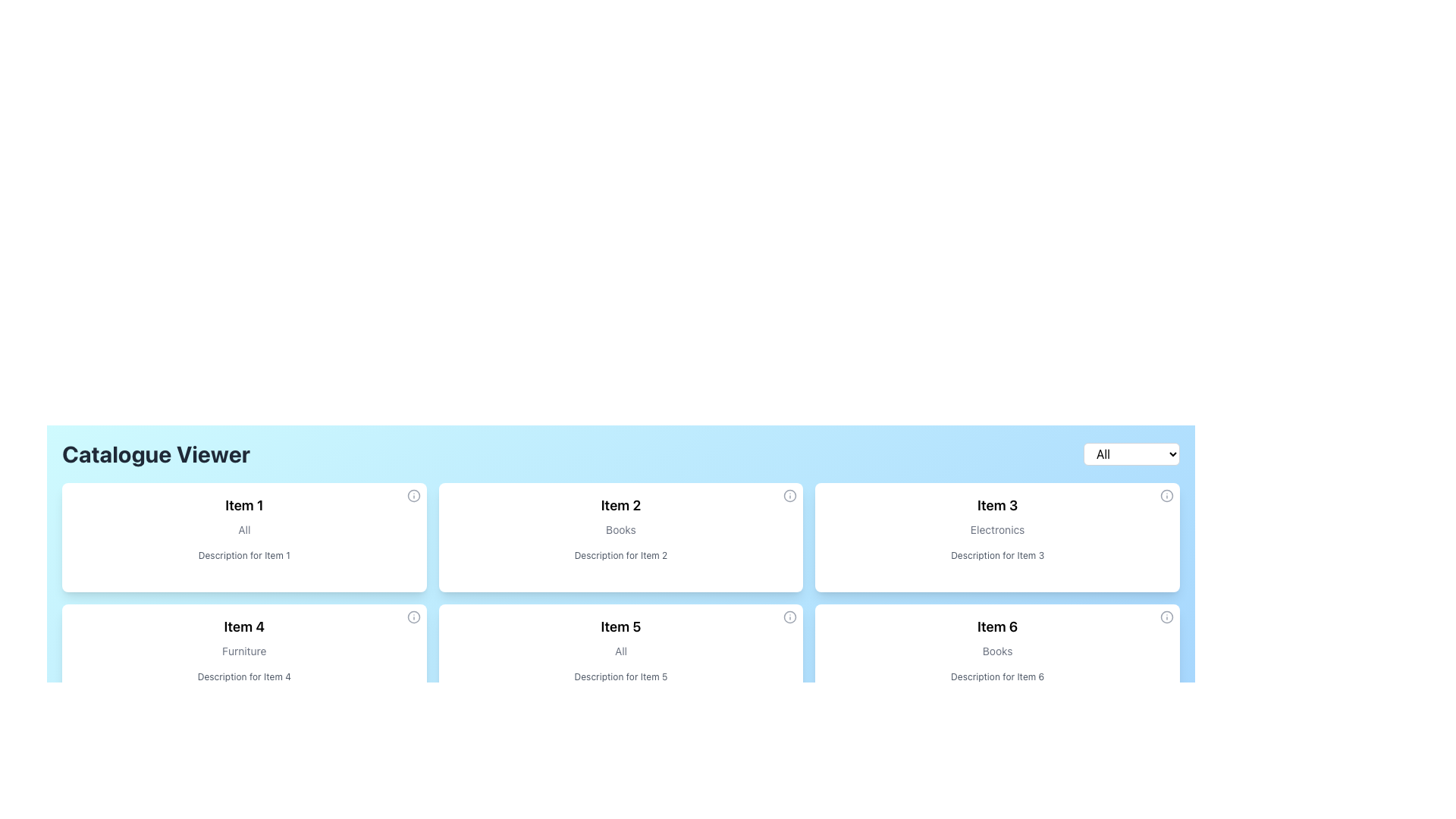  What do you see at coordinates (621, 626) in the screenshot?
I see `the bolded text label 'Item 5' located at the center of the fifth card in the grid, positioned directly above the texts 'All' and 'Description for Item 5'` at bounding box center [621, 626].